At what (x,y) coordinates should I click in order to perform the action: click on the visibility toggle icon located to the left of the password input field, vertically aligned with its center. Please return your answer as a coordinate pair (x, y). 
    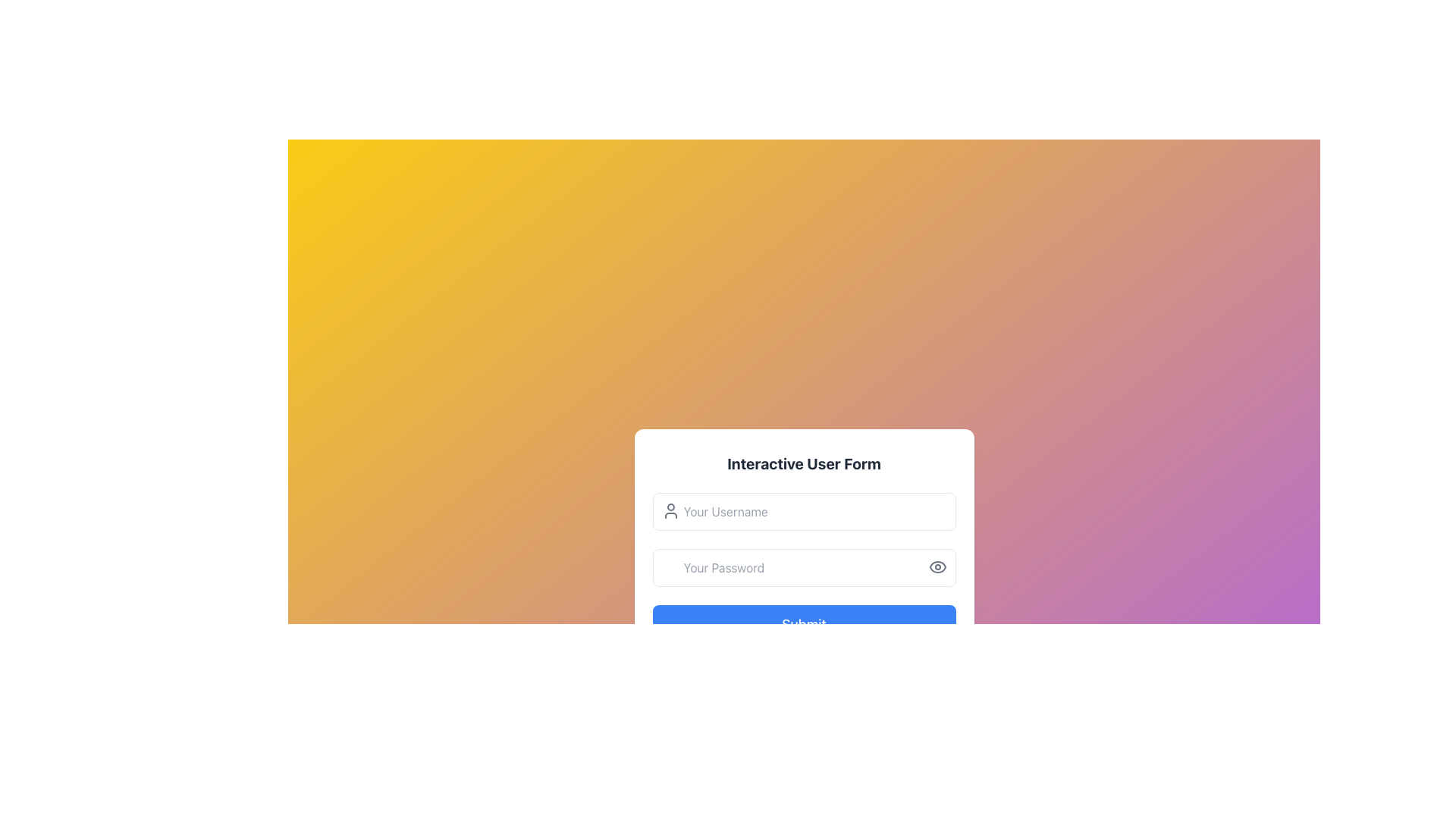
    Looking at the image, I should click on (937, 567).